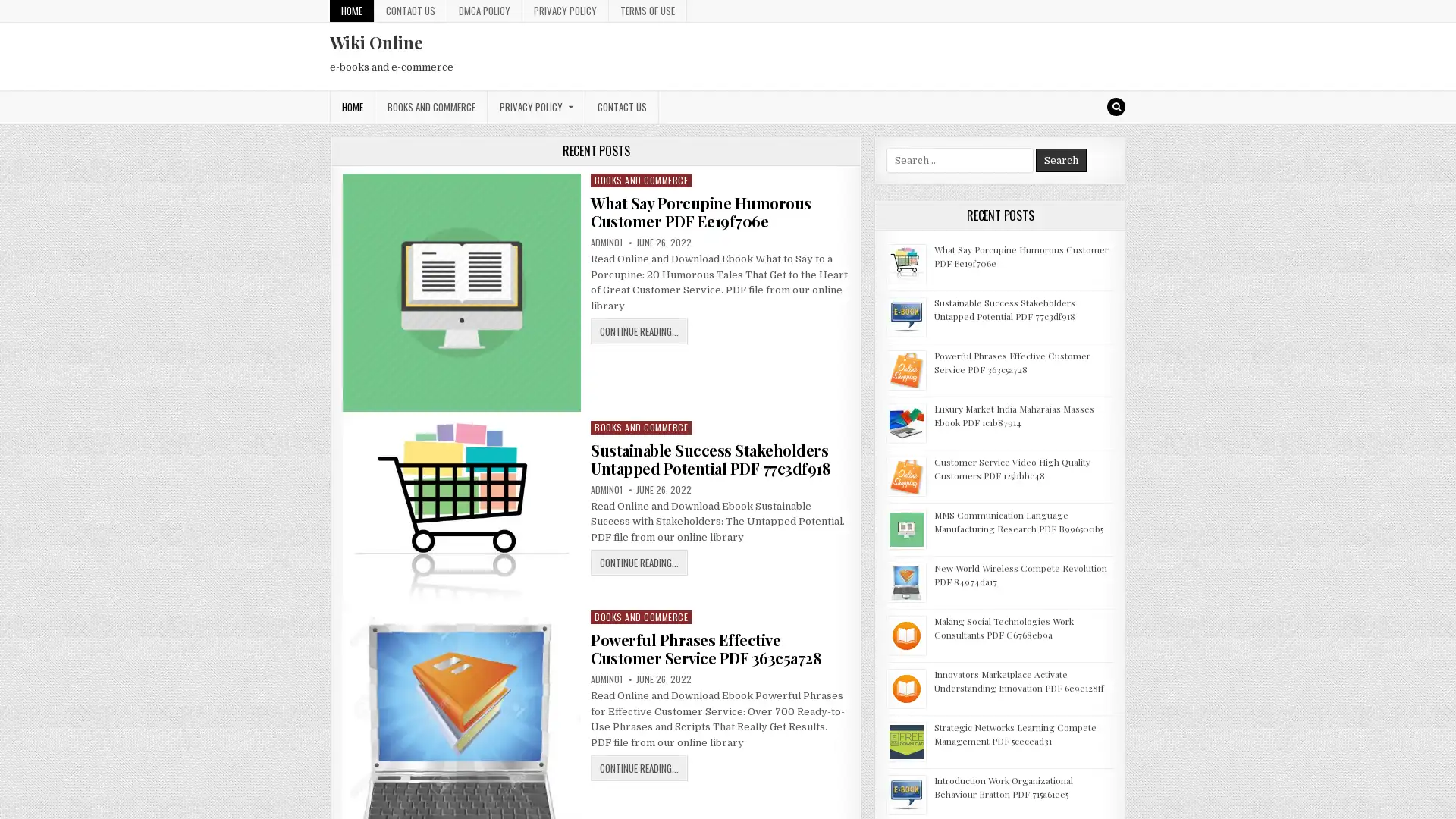  I want to click on Search, so click(1060, 160).